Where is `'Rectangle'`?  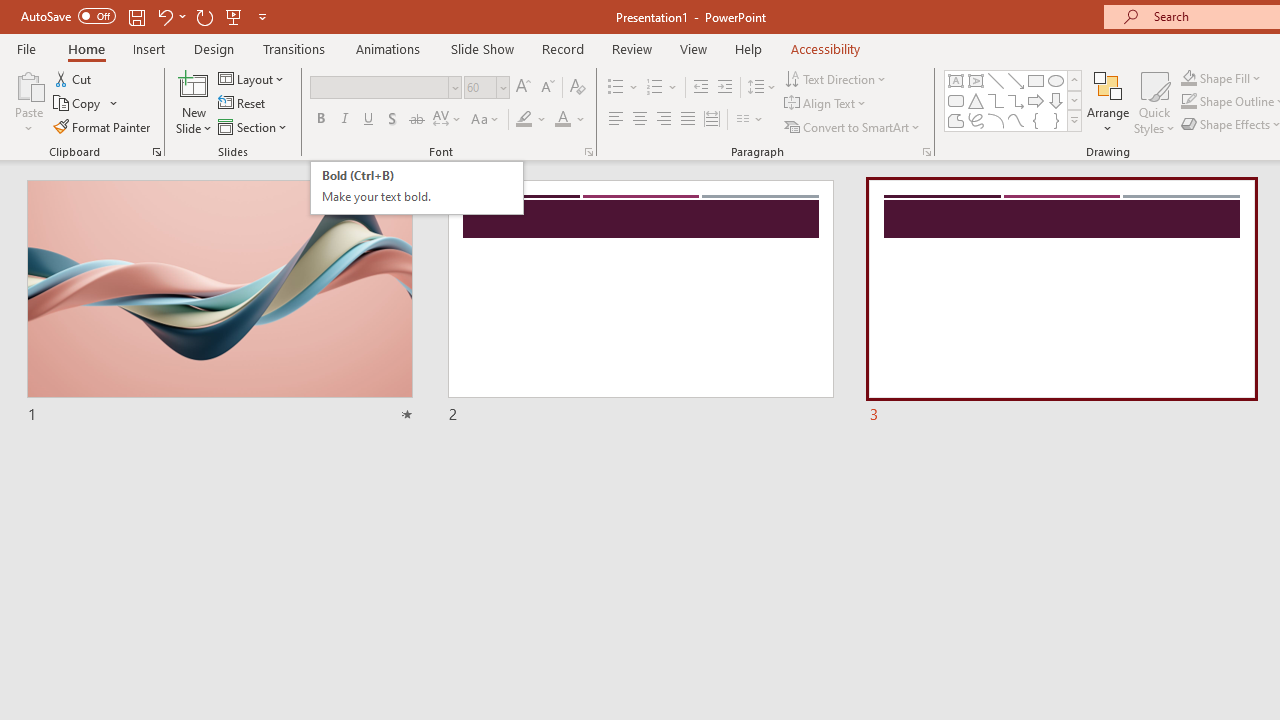 'Rectangle' is located at coordinates (1036, 80).